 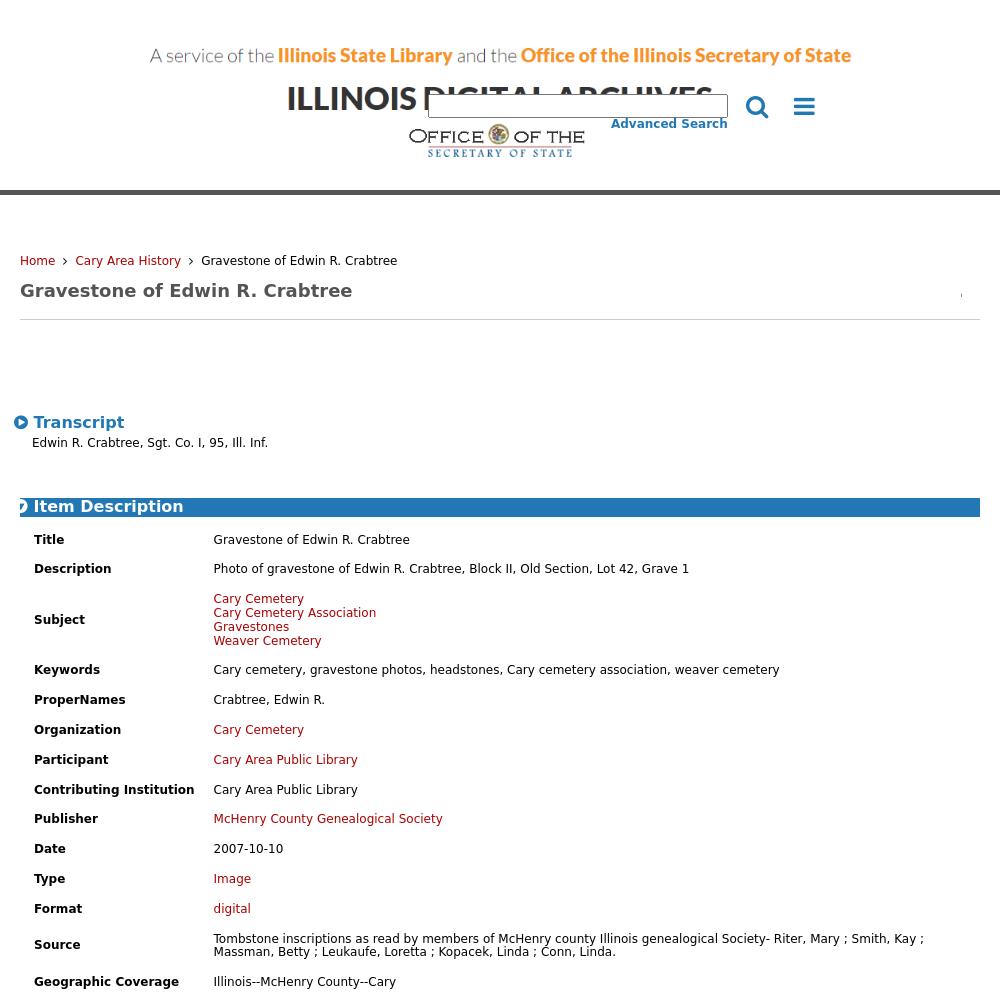 I want to click on 'Contributing Institution', so click(x=113, y=789).